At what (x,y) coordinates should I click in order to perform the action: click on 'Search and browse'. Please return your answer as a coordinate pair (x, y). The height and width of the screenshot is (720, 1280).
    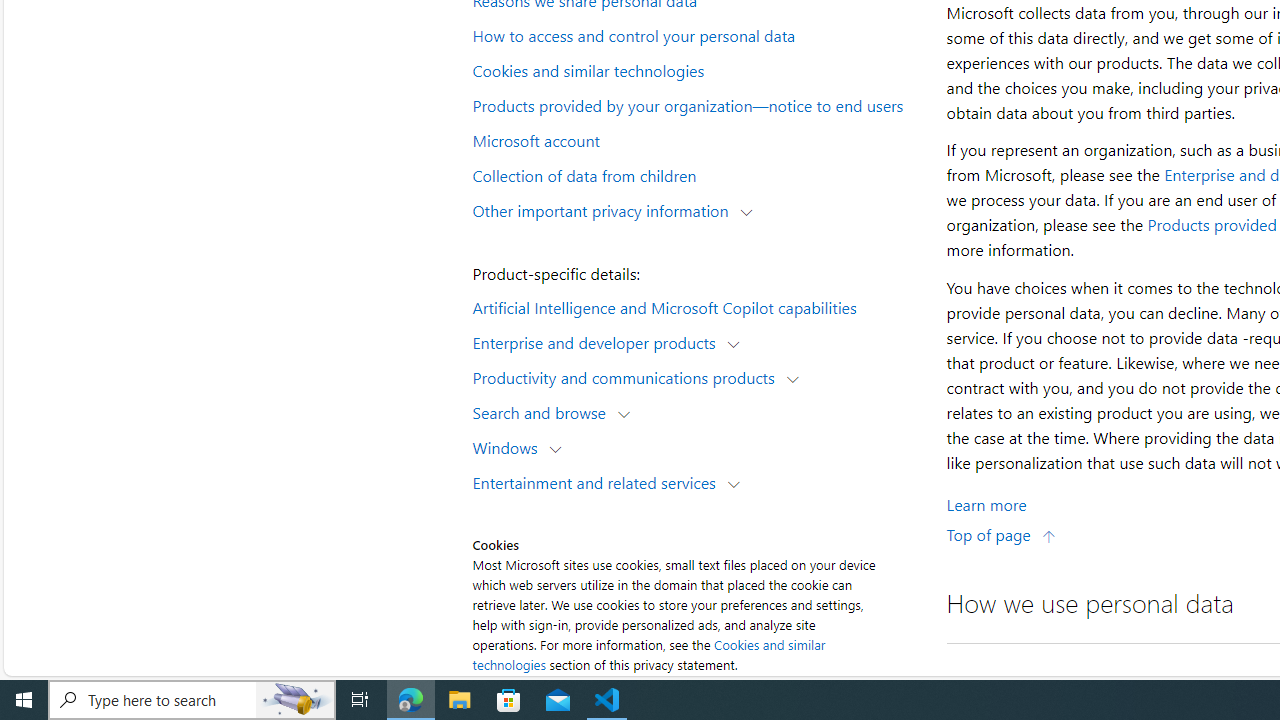
    Looking at the image, I should click on (544, 411).